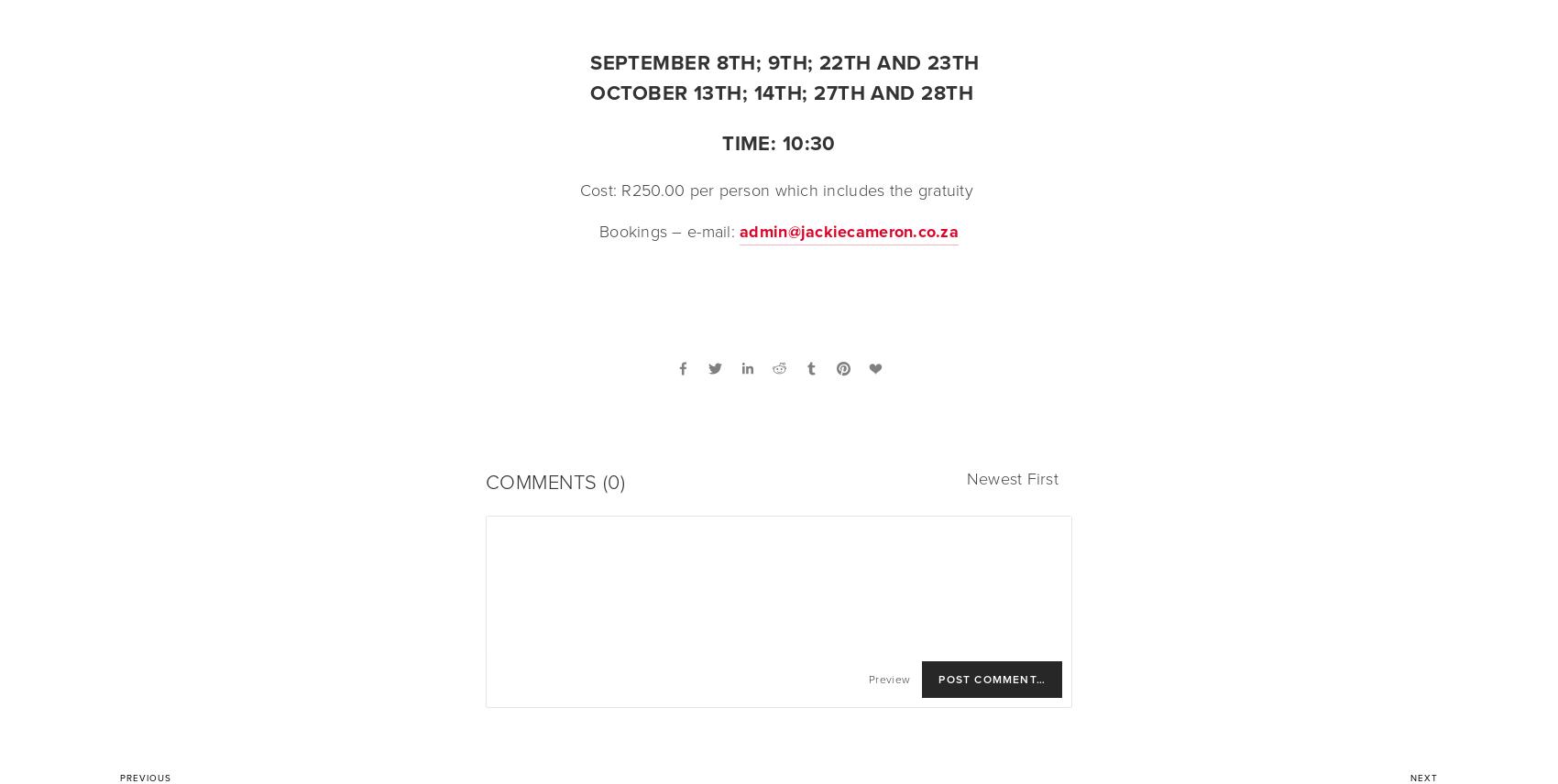 The image size is (1558, 784). What do you see at coordinates (784, 61) in the screenshot?
I see `'September 8th; 9th; 22th and 23th'` at bounding box center [784, 61].